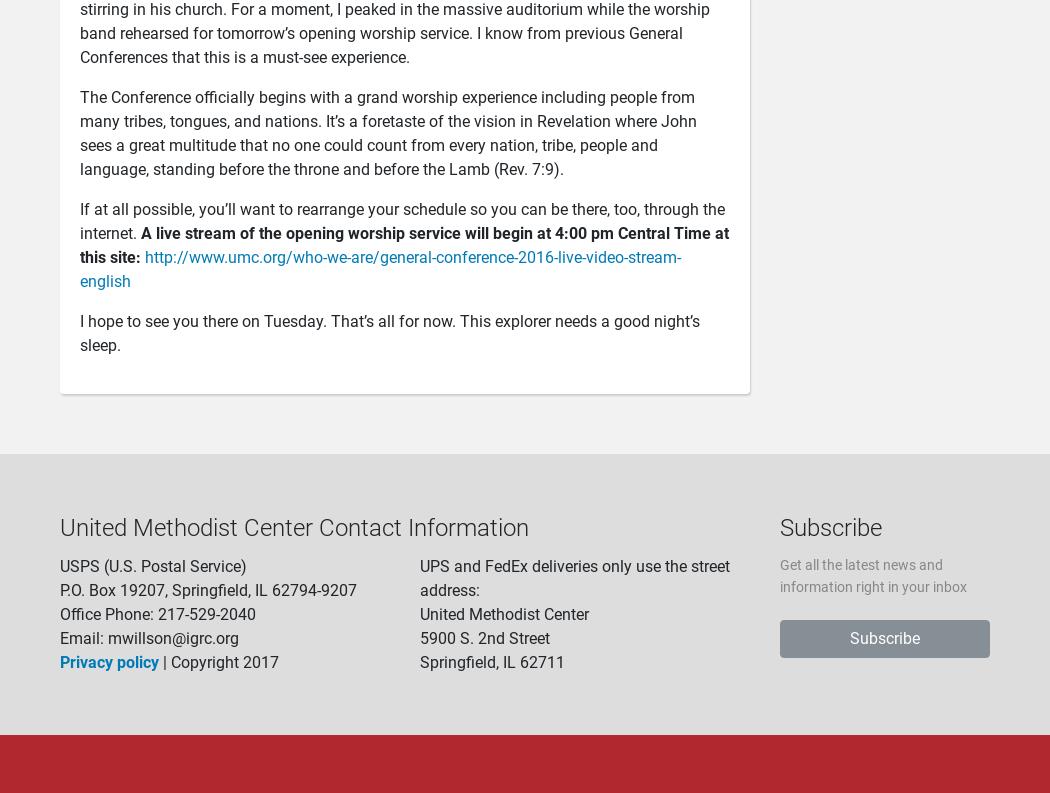  Describe the element at coordinates (389, 333) in the screenshot. I see `'I hope to see you there on Tuesday. That’s all for now. This explorer needs a good night’s sleep.'` at that location.